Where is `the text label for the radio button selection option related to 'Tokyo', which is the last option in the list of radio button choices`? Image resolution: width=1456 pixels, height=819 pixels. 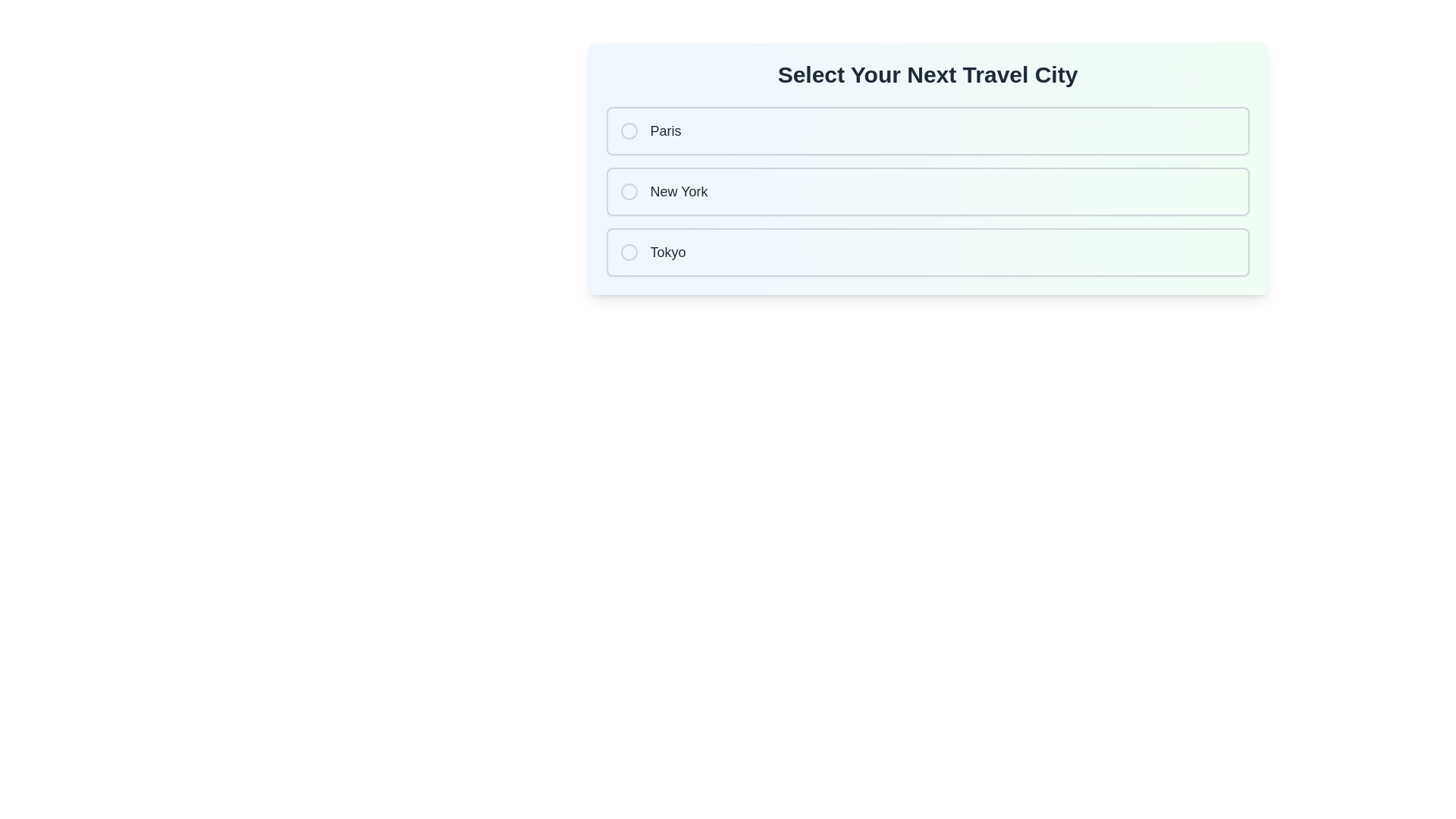 the text label for the radio button selection option related to 'Tokyo', which is the last option in the list of radio button choices is located at coordinates (667, 251).